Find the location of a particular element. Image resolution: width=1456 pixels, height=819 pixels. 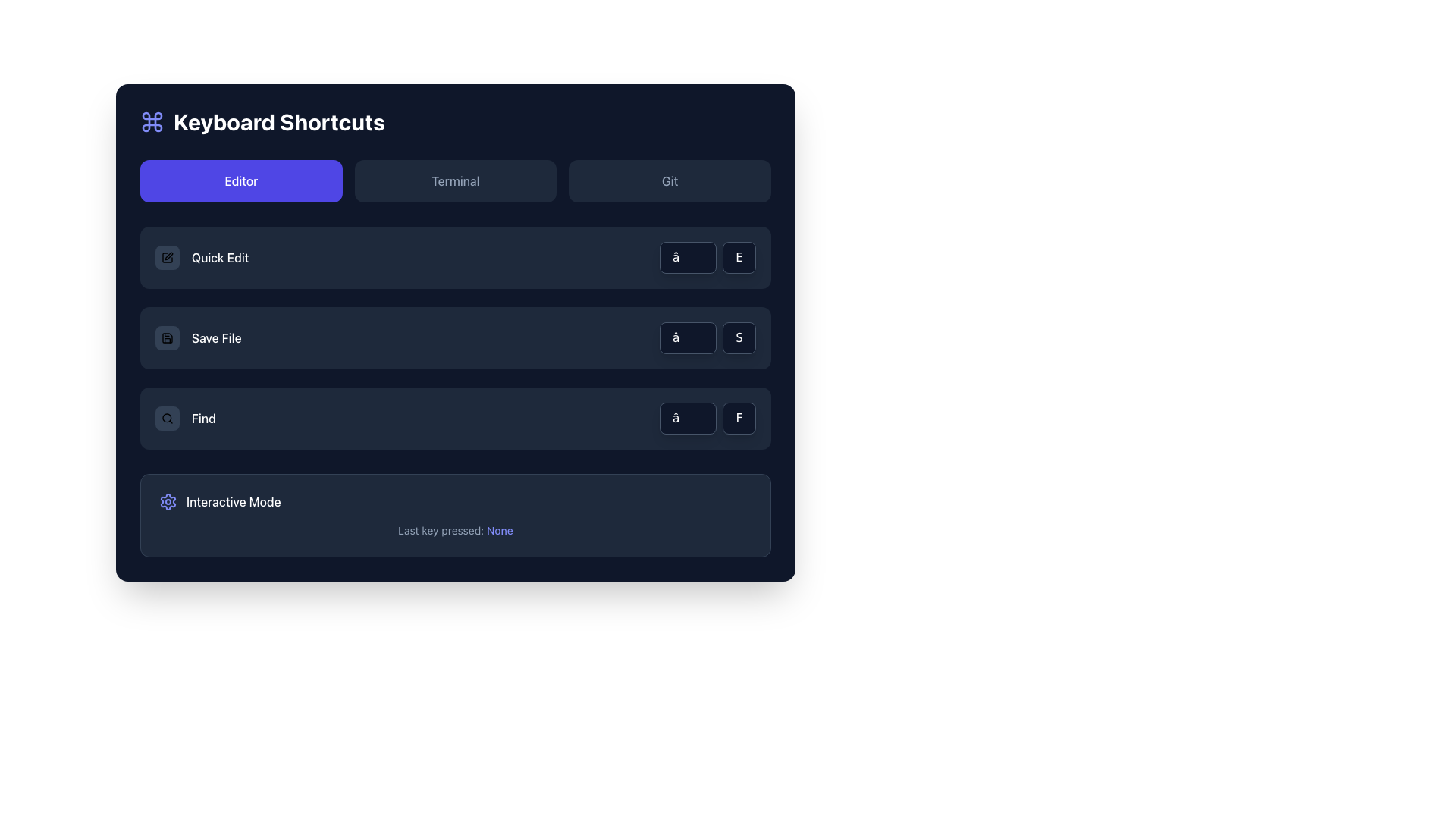

the square-shaped save icon with a dark background and rounded border, located to the left of the 'Save File' text is located at coordinates (167, 337).